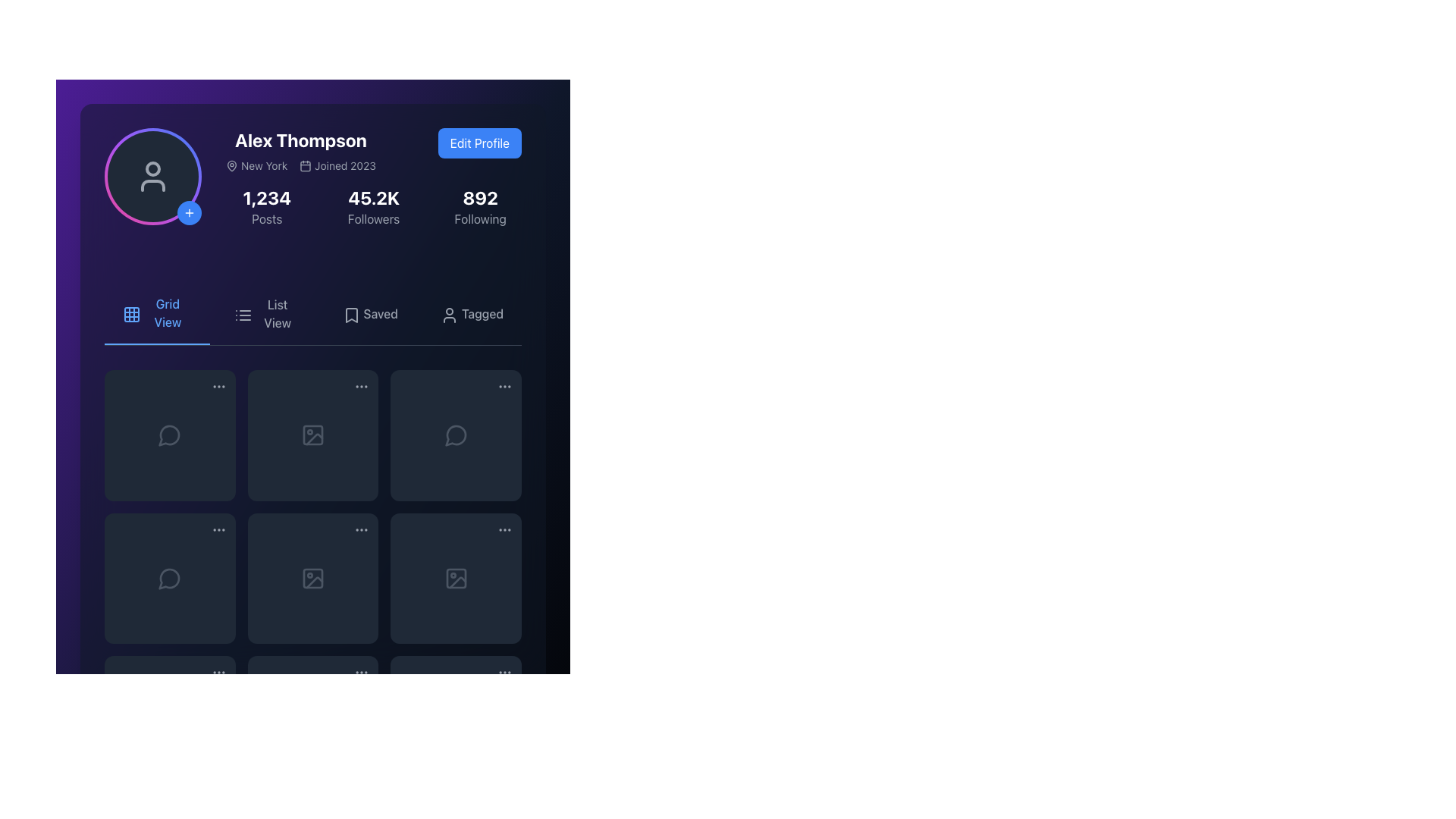  Describe the element at coordinates (374, 197) in the screenshot. I see `the Followers label that displays the number of followers associated with the user` at that location.